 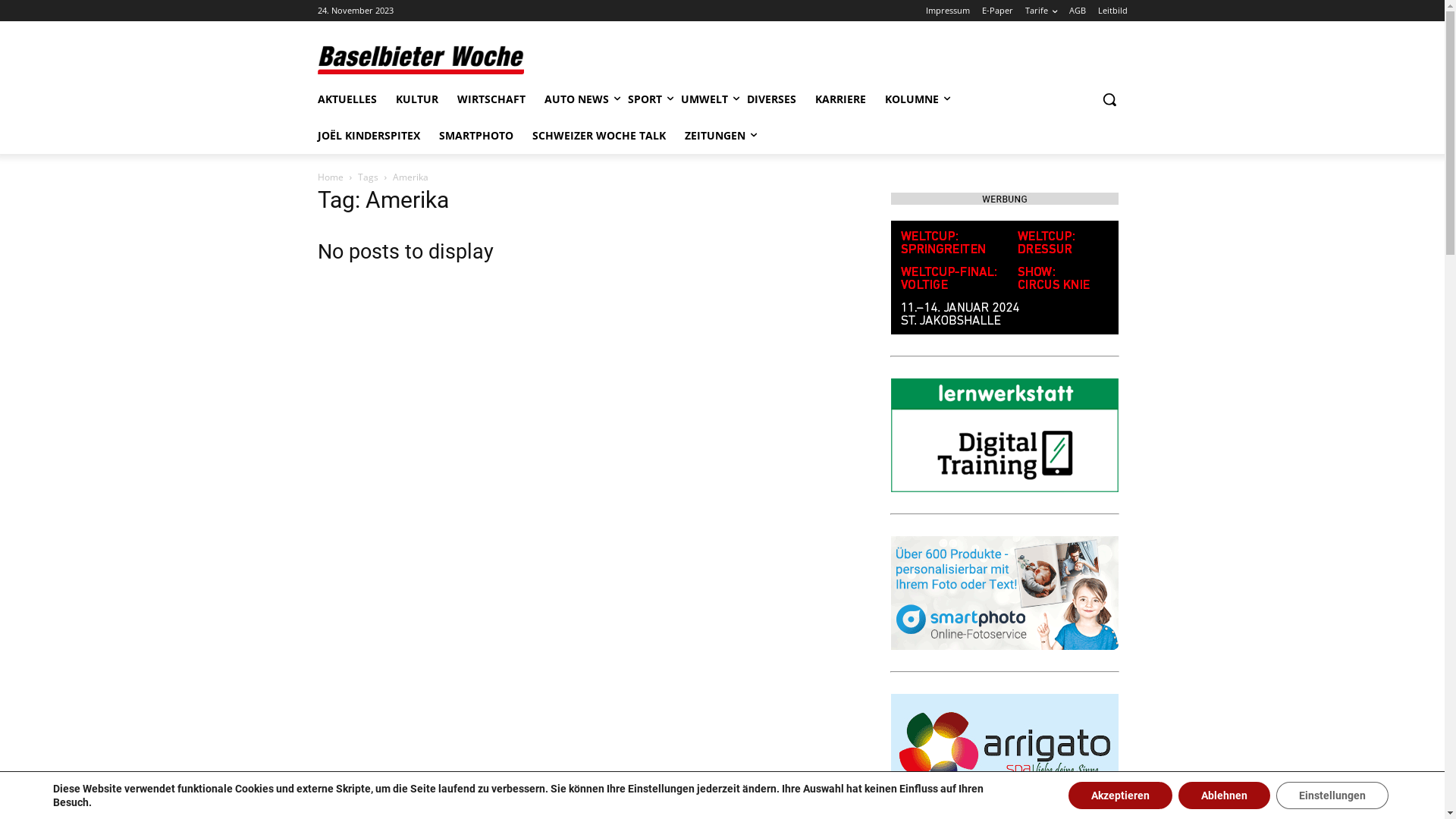 What do you see at coordinates (417, 99) in the screenshot?
I see `'KULTUR'` at bounding box center [417, 99].